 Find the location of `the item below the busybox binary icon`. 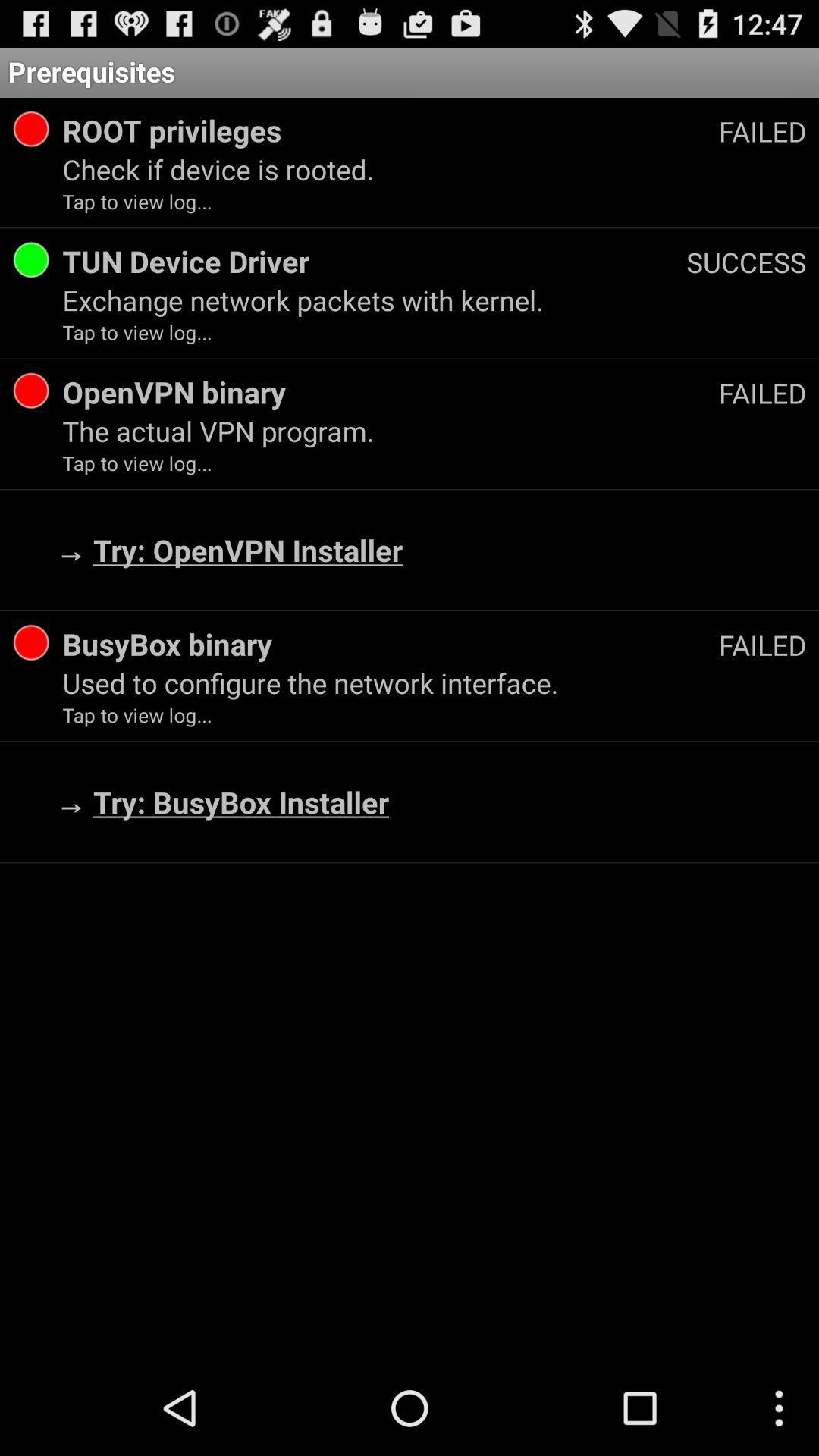

the item below the busybox binary icon is located at coordinates (435, 682).